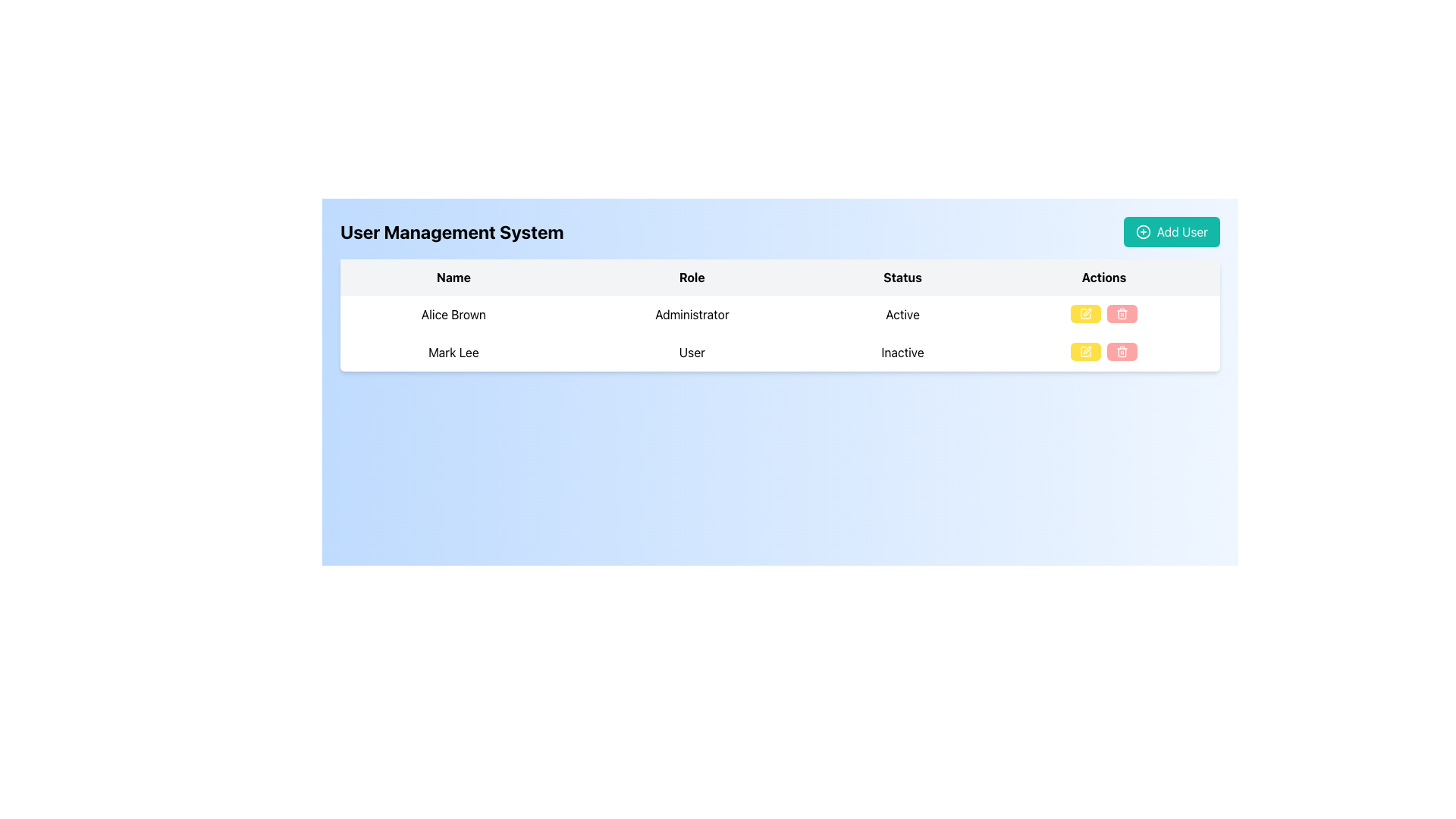 The width and height of the screenshot is (1456, 819). What do you see at coordinates (902, 314) in the screenshot?
I see `the 'Active' status label for user 'Alice Brown' located in the third cell of the Status column in the table` at bounding box center [902, 314].